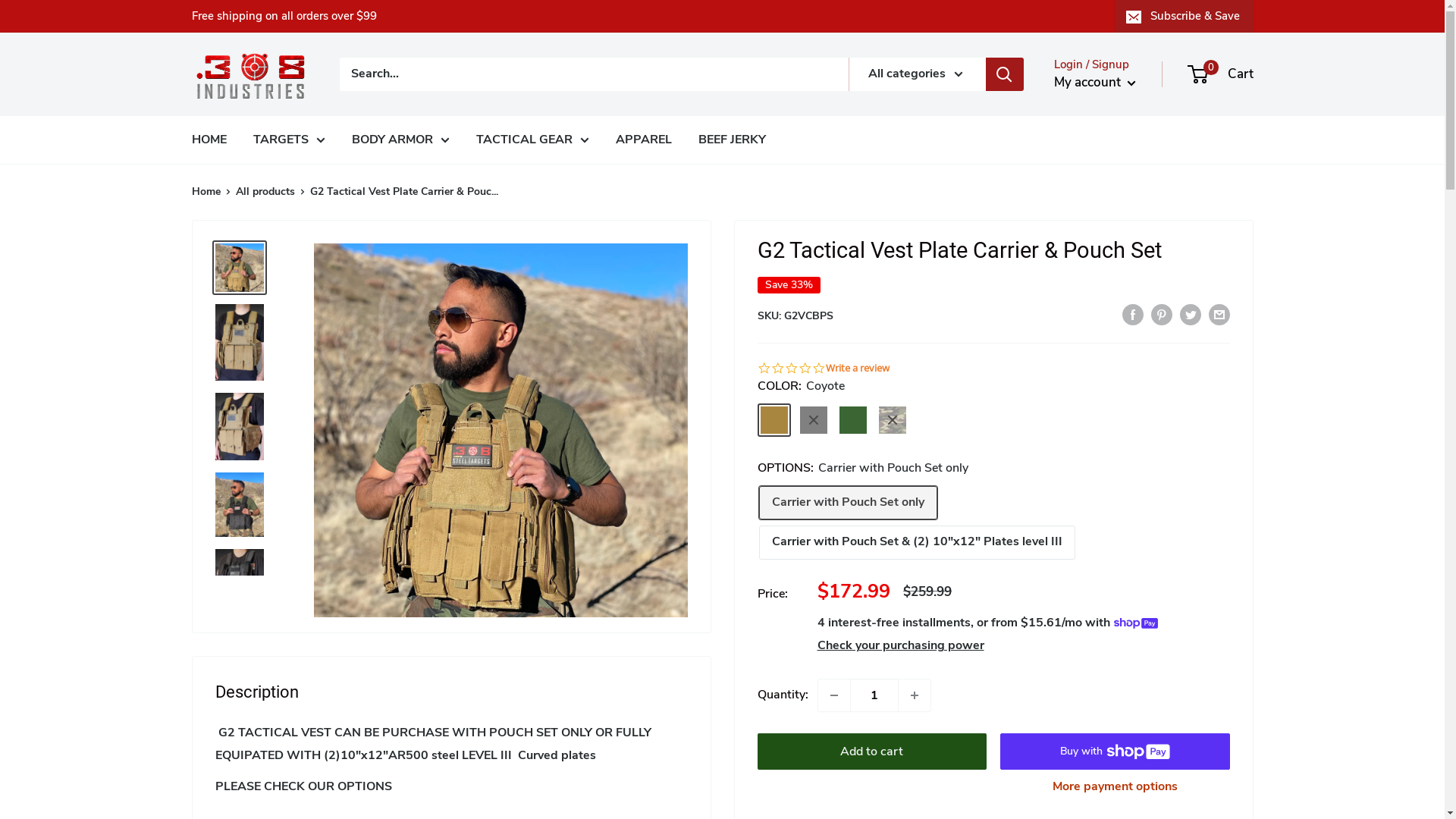 This screenshot has width=1456, height=819. What do you see at coordinates (871, 752) in the screenshot?
I see `'Add to cart'` at bounding box center [871, 752].